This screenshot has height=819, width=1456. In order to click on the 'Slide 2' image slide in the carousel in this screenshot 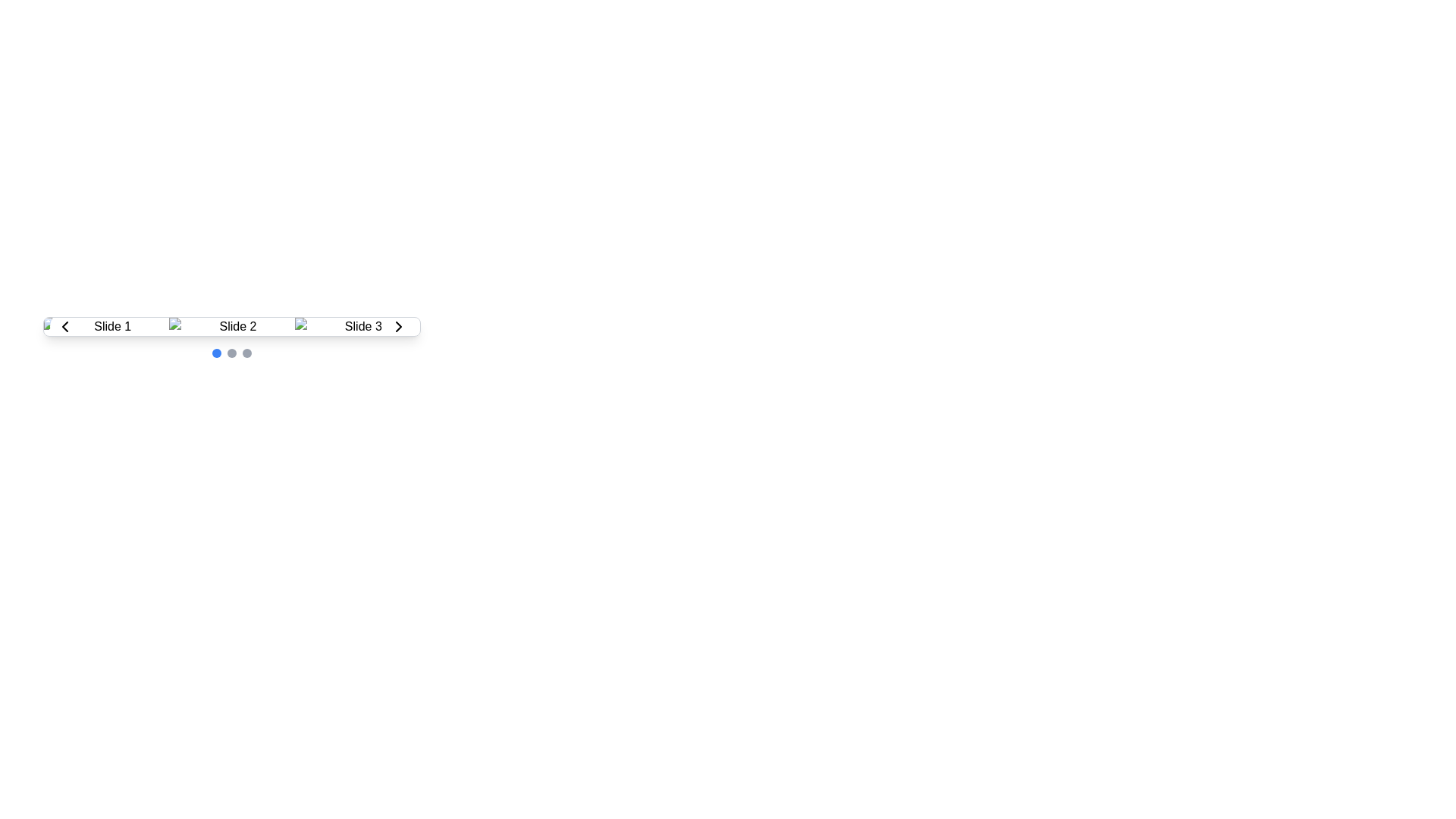, I will do `click(231, 326)`.